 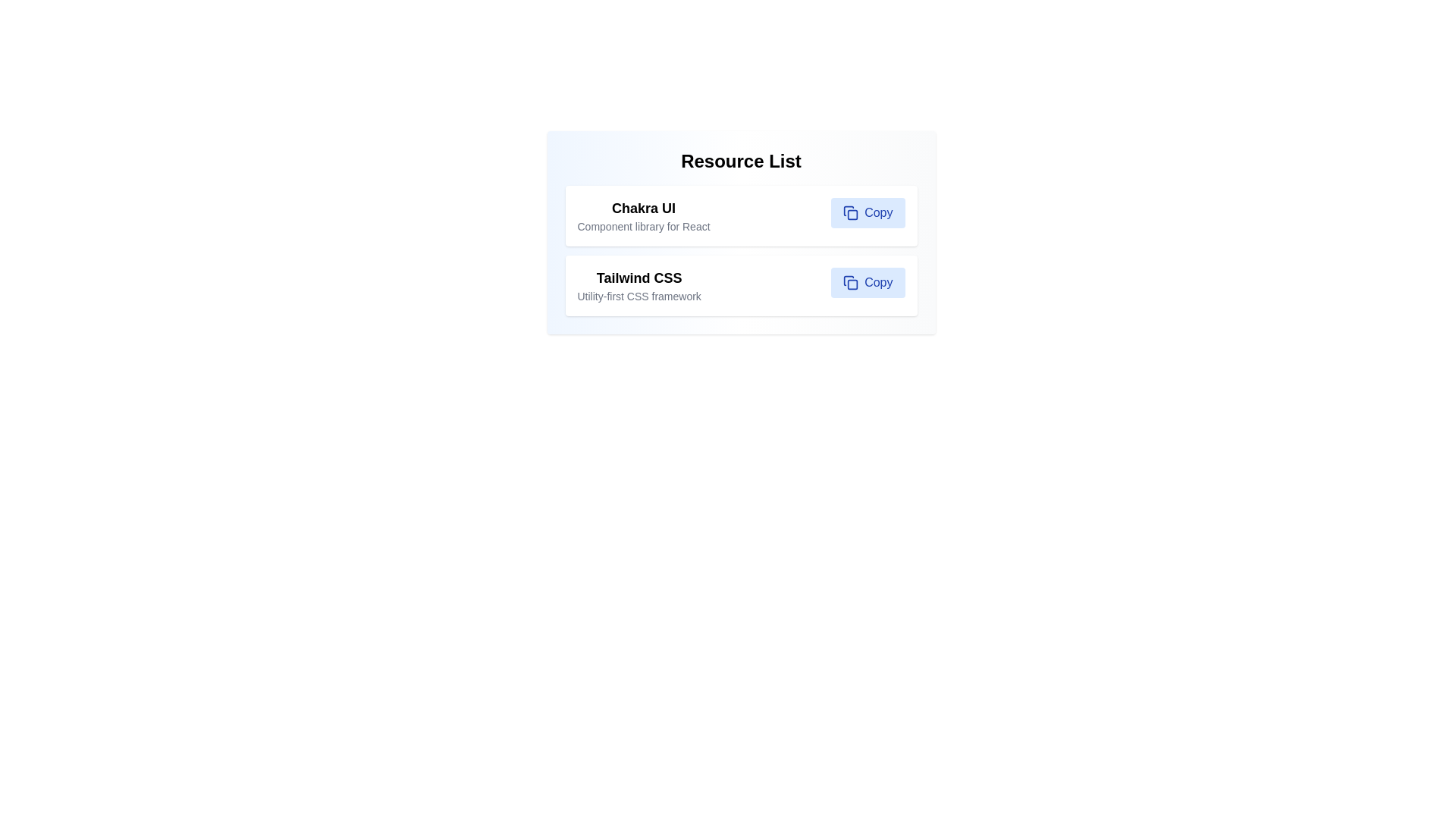 I want to click on the 'Copy' button with a light blue background and blue text, located under the 'Tailwind CSS' heading, so click(x=868, y=283).